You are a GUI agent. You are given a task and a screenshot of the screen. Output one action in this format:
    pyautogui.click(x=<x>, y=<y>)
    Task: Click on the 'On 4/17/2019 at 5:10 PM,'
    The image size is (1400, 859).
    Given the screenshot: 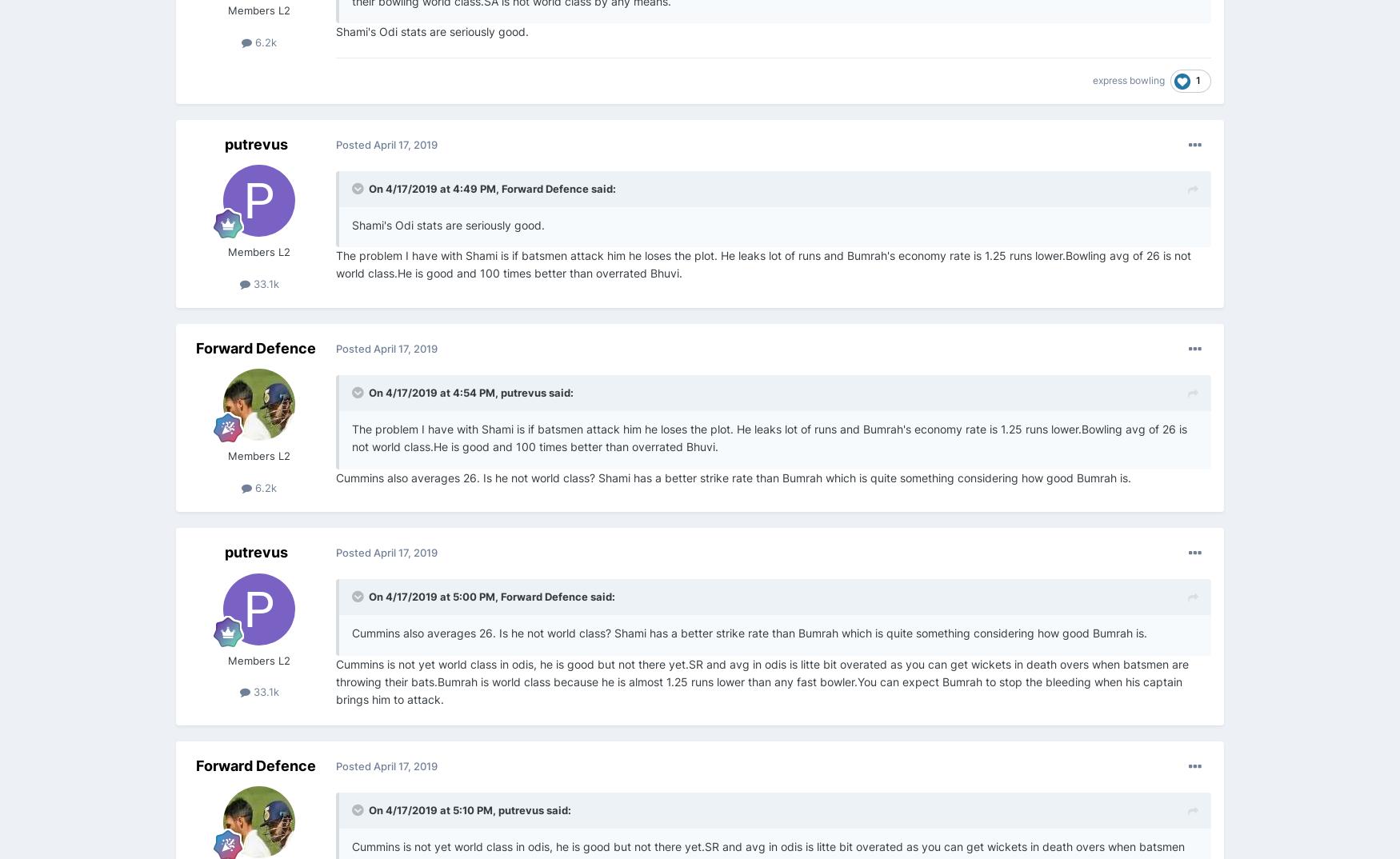 What is the action you would take?
    pyautogui.click(x=432, y=809)
    